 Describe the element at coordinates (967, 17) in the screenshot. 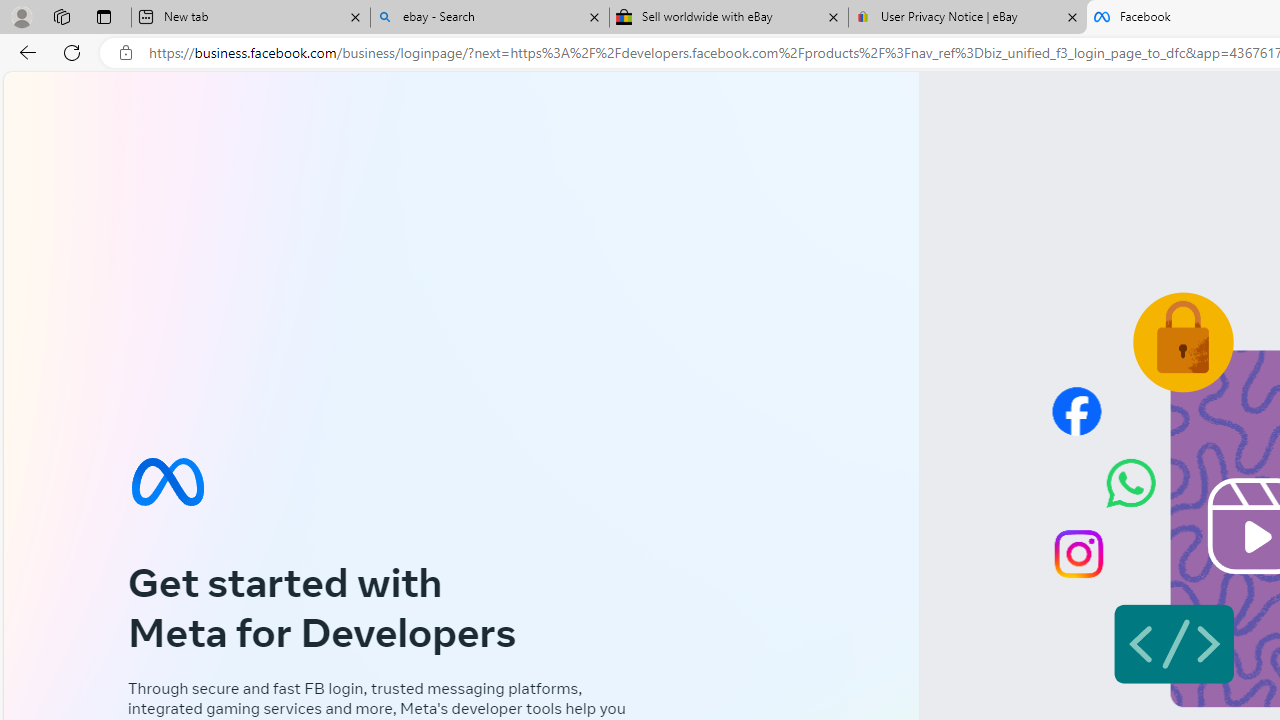

I see `'User Privacy Notice | eBay'` at that location.